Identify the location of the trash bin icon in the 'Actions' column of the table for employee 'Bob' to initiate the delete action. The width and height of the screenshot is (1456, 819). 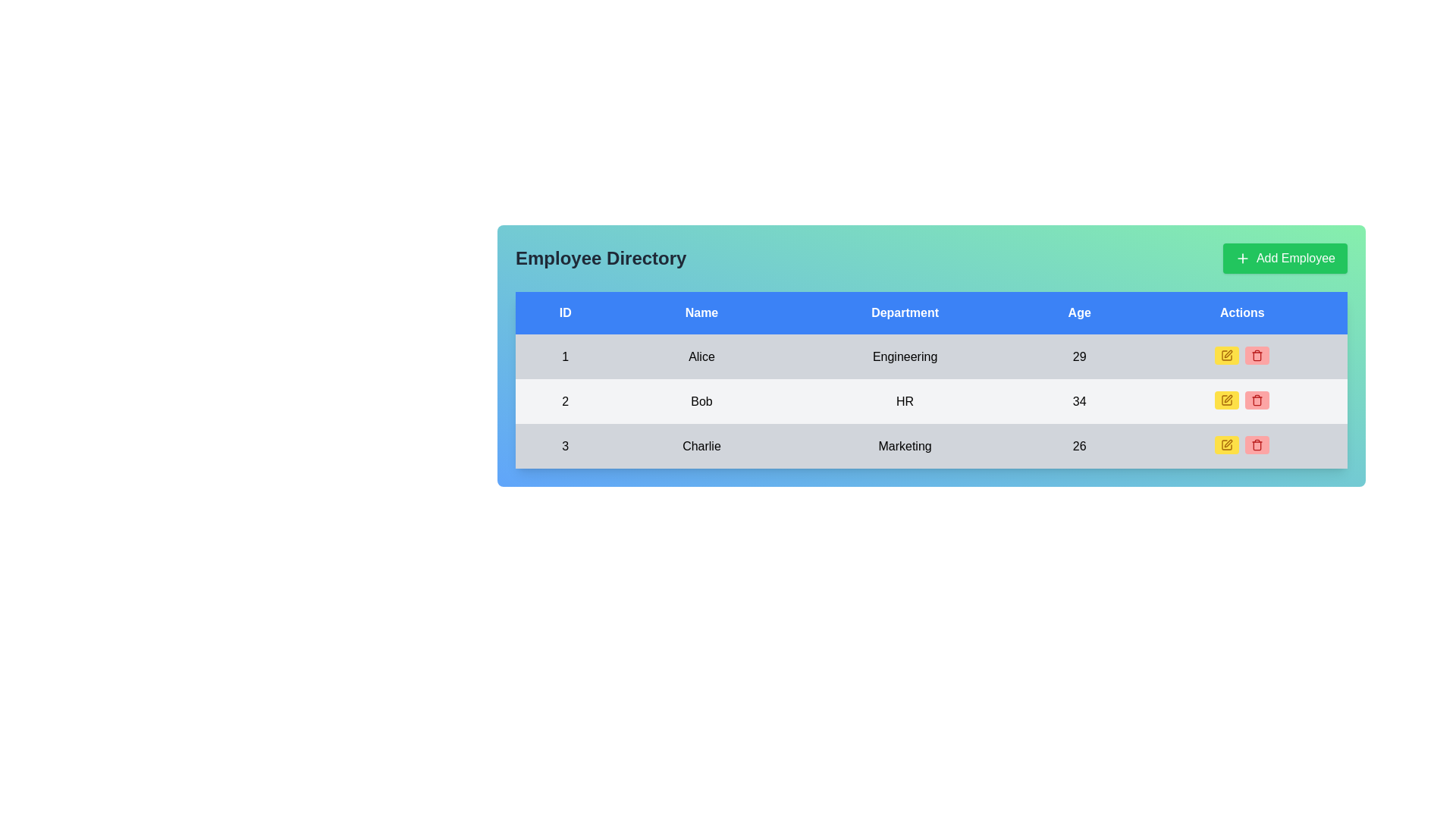
(1257, 400).